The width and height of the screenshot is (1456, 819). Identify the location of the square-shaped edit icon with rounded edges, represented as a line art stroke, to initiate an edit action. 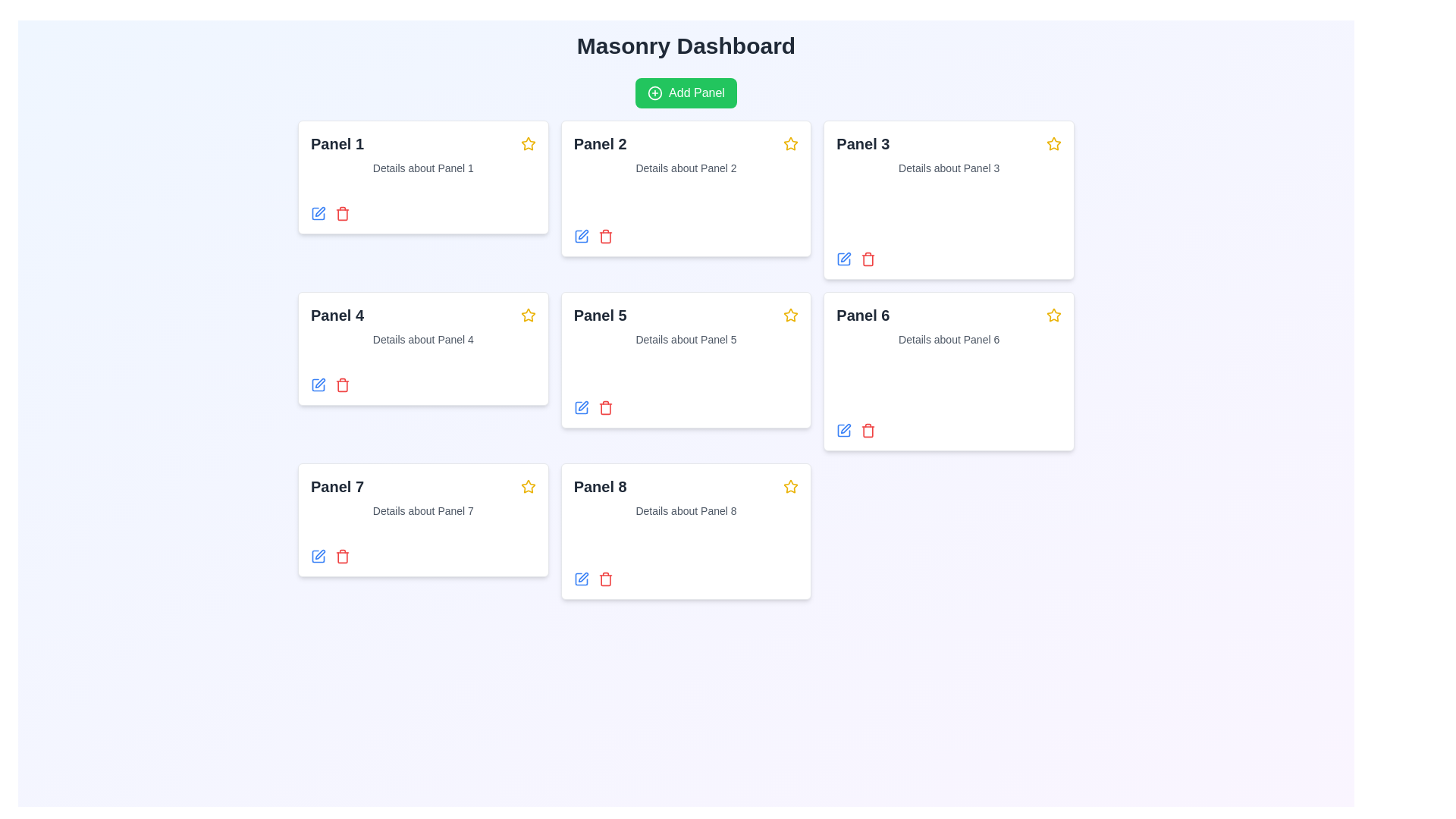
(580, 579).